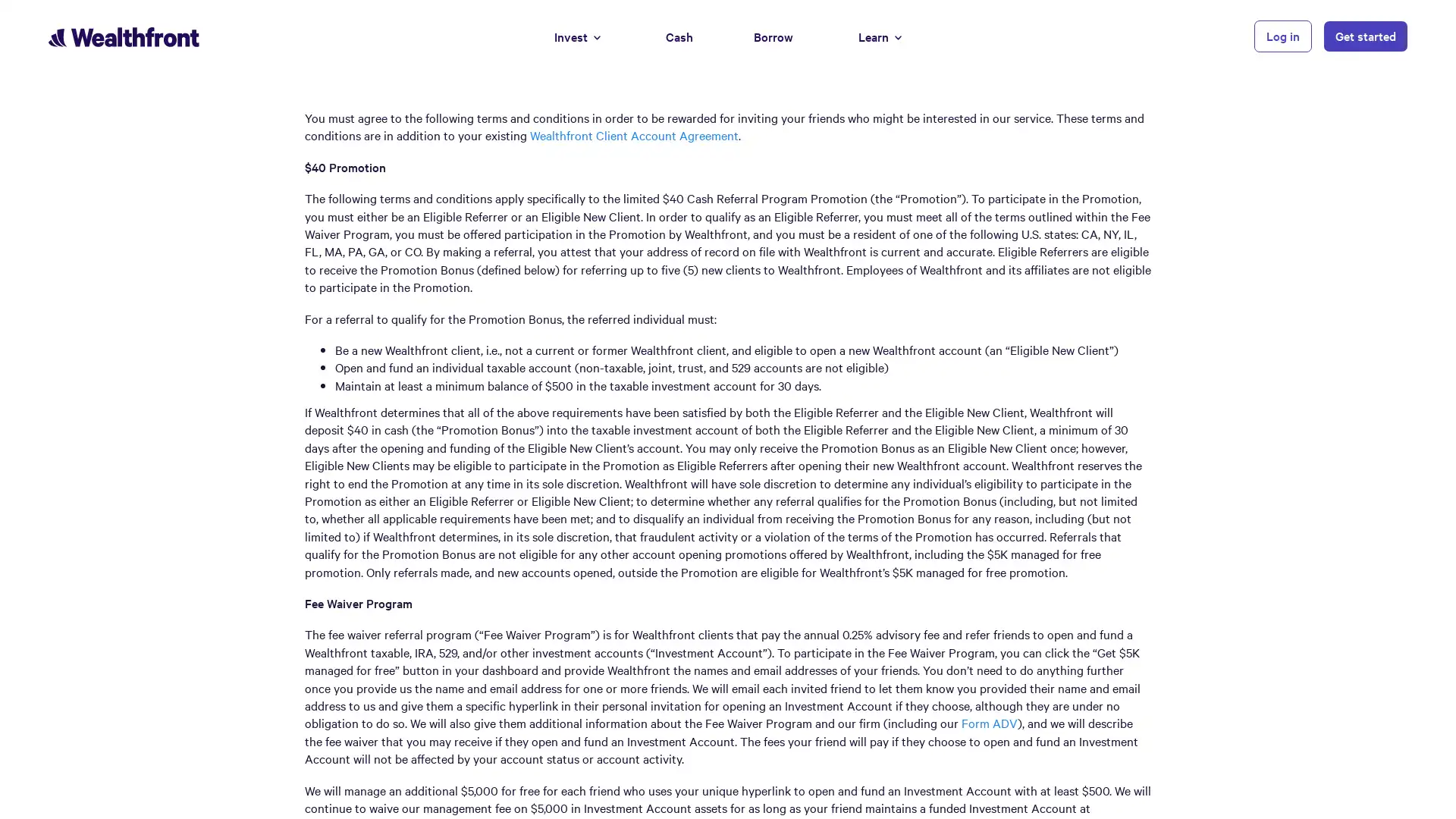 Image resolution: width=1456 pixels, height=819 pixels. What do you see at coordinates (576, 35) in the screenshot?
I see `Invest` at bounding box center [576, 35].